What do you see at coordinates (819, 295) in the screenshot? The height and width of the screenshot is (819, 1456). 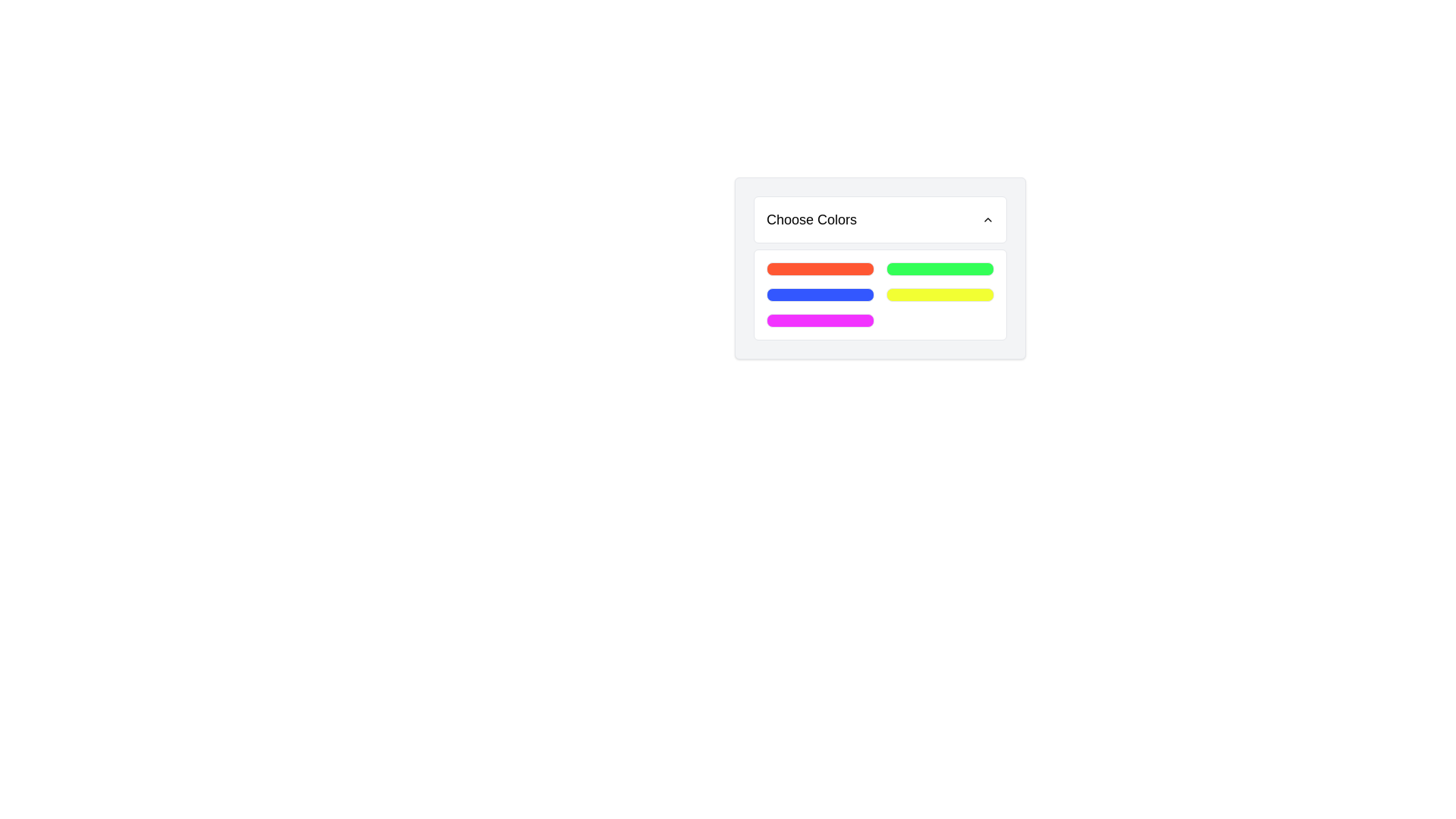 I see `the blue rounded rectangle button located in the leftmost column of the grid layout` at bounding box center [819, 295].